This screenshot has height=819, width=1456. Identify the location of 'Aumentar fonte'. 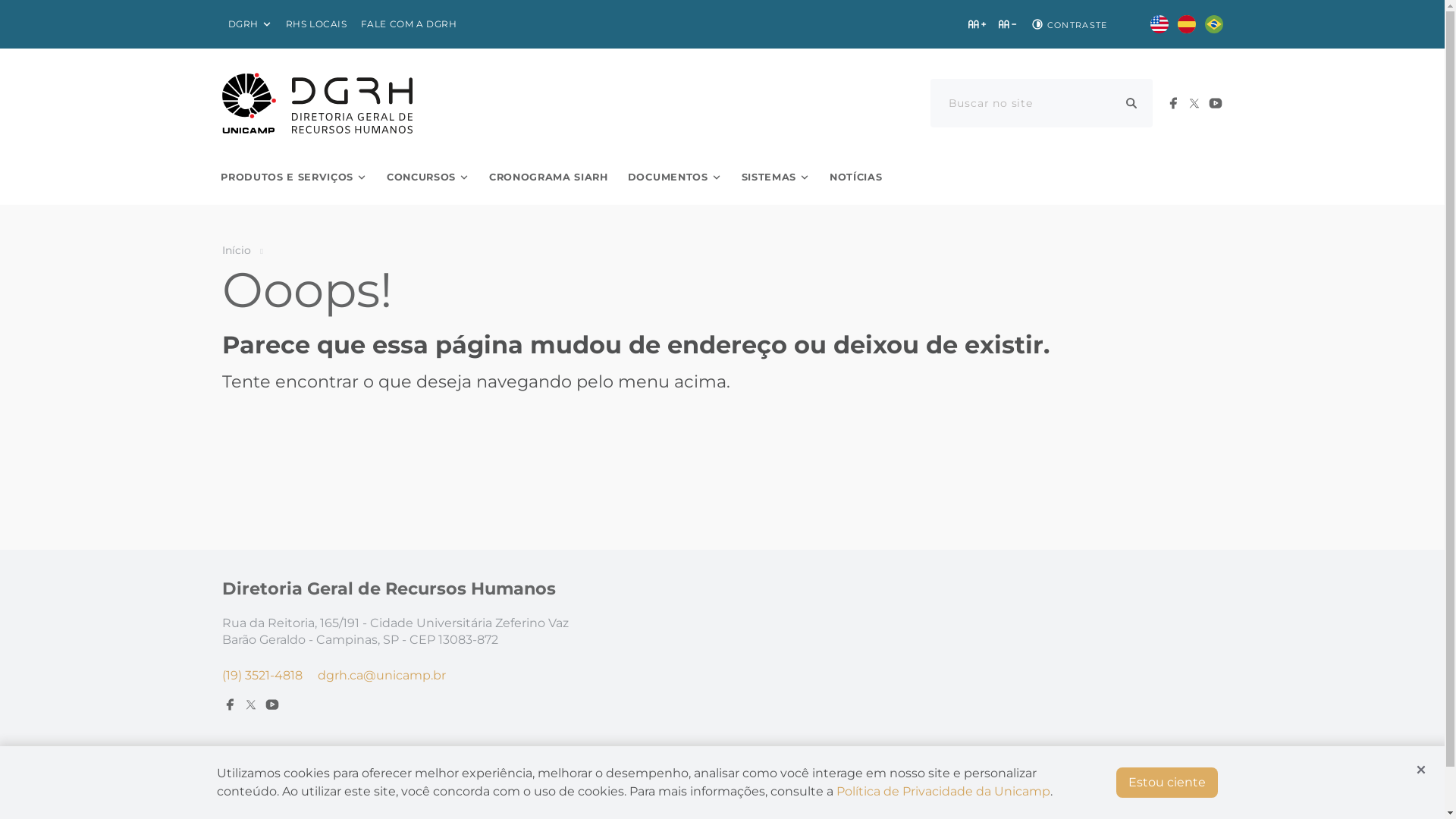
(977, 24).